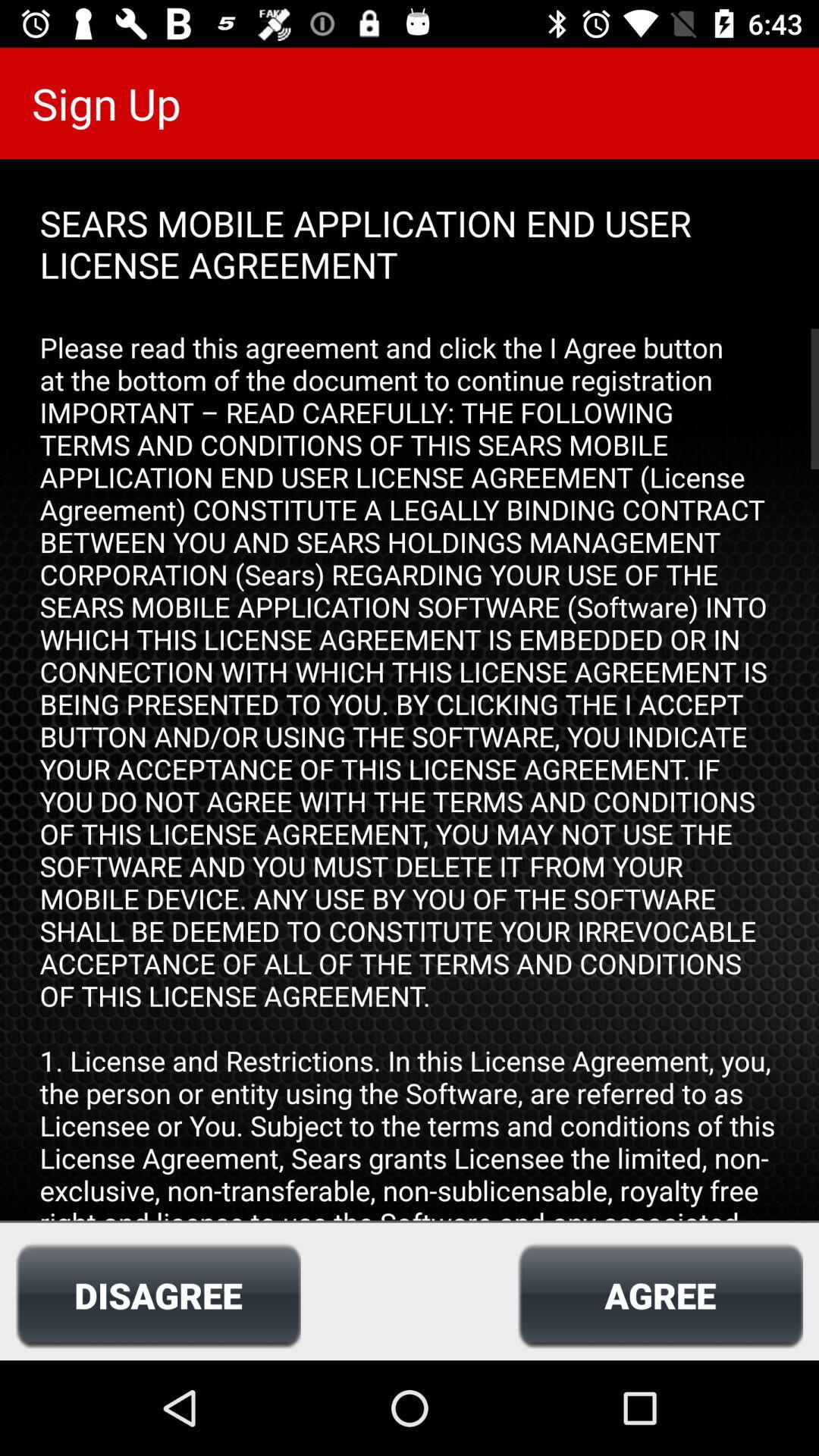 The width and height of the screenshot is (819, 1456). I want to click on the icon next to the agree, so click(158, 1294).